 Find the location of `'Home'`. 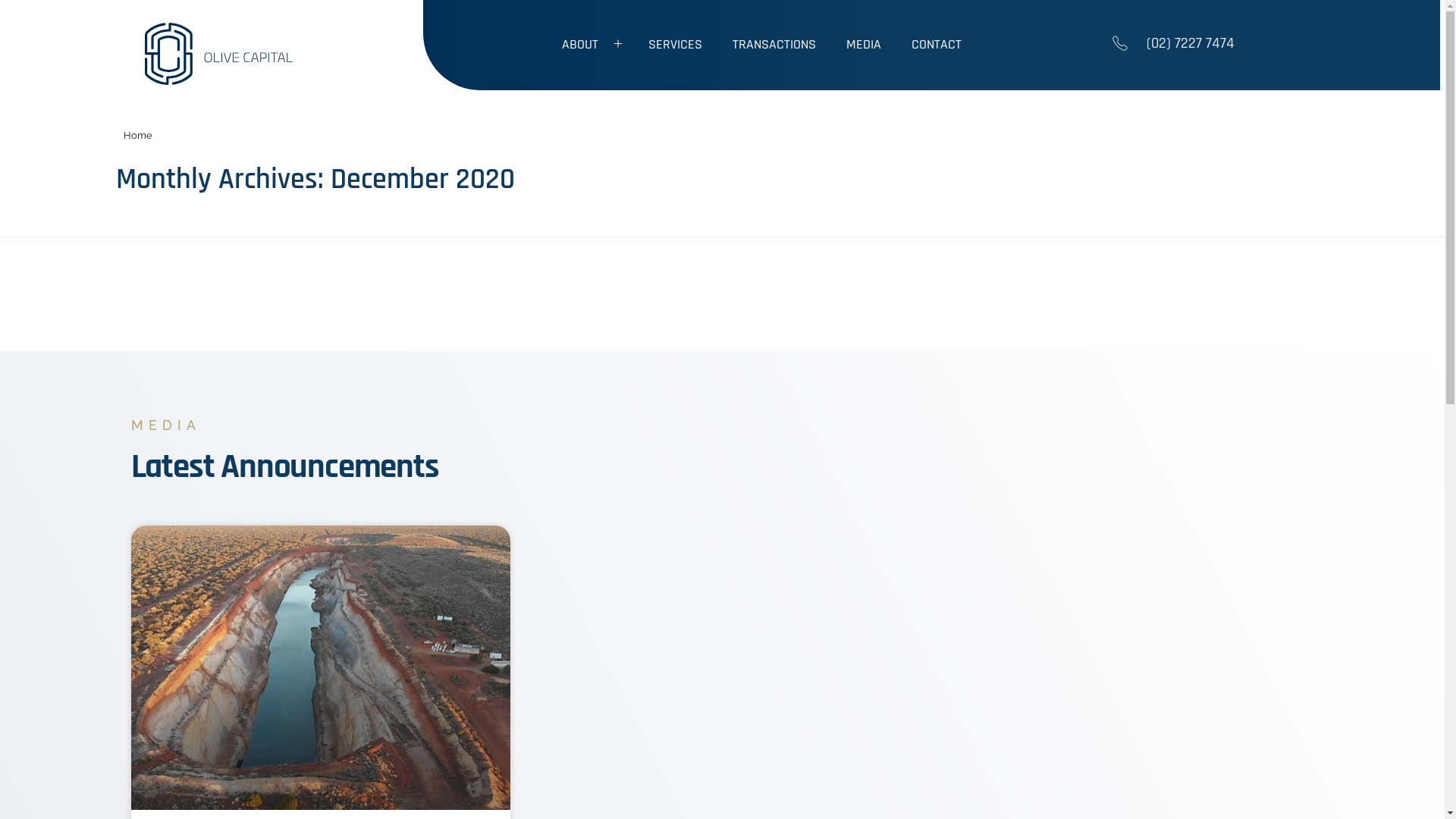

'Home' is located at coordinates (123, 134).